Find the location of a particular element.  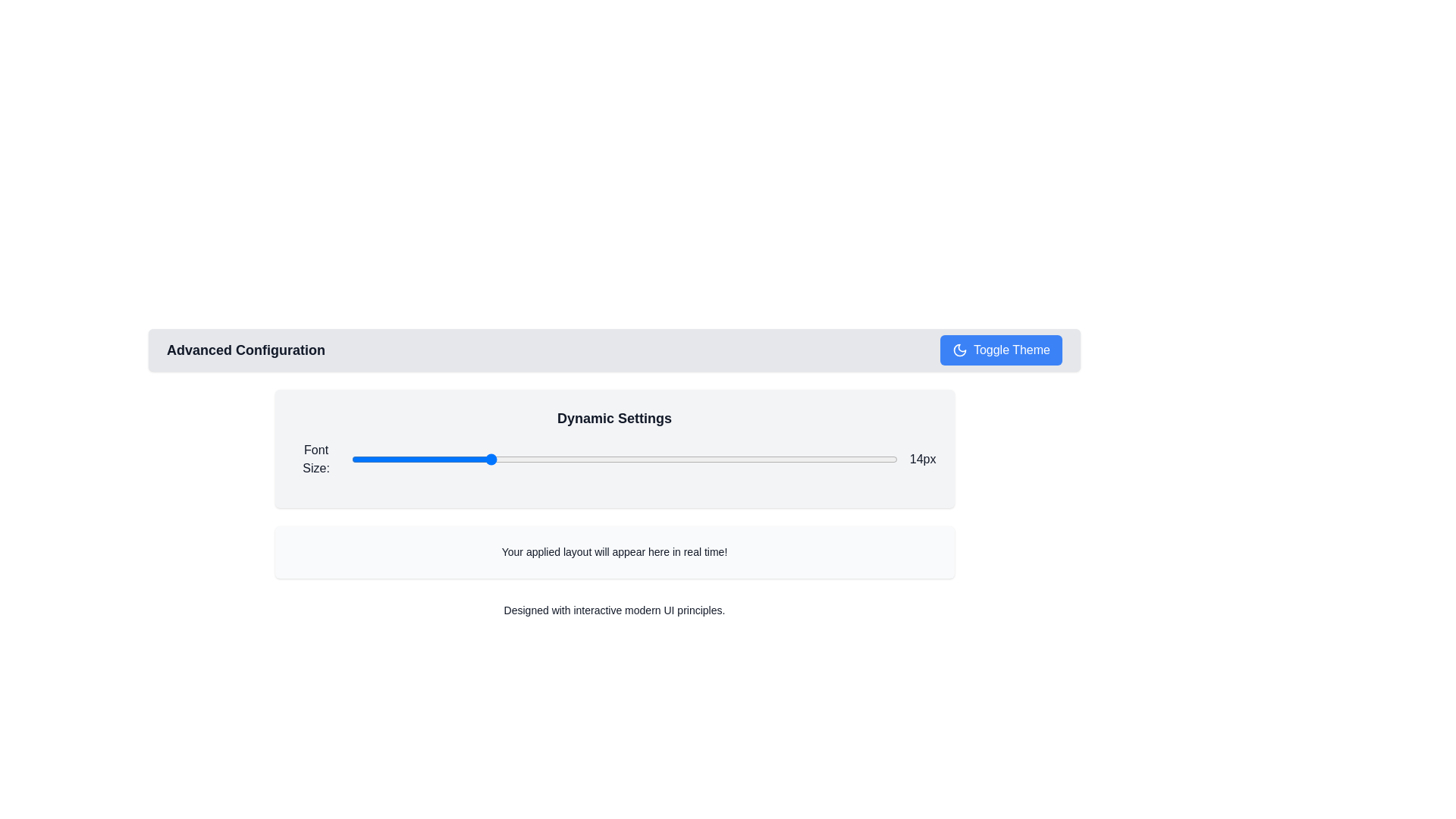

the font size is located at coordinates (555, 458).